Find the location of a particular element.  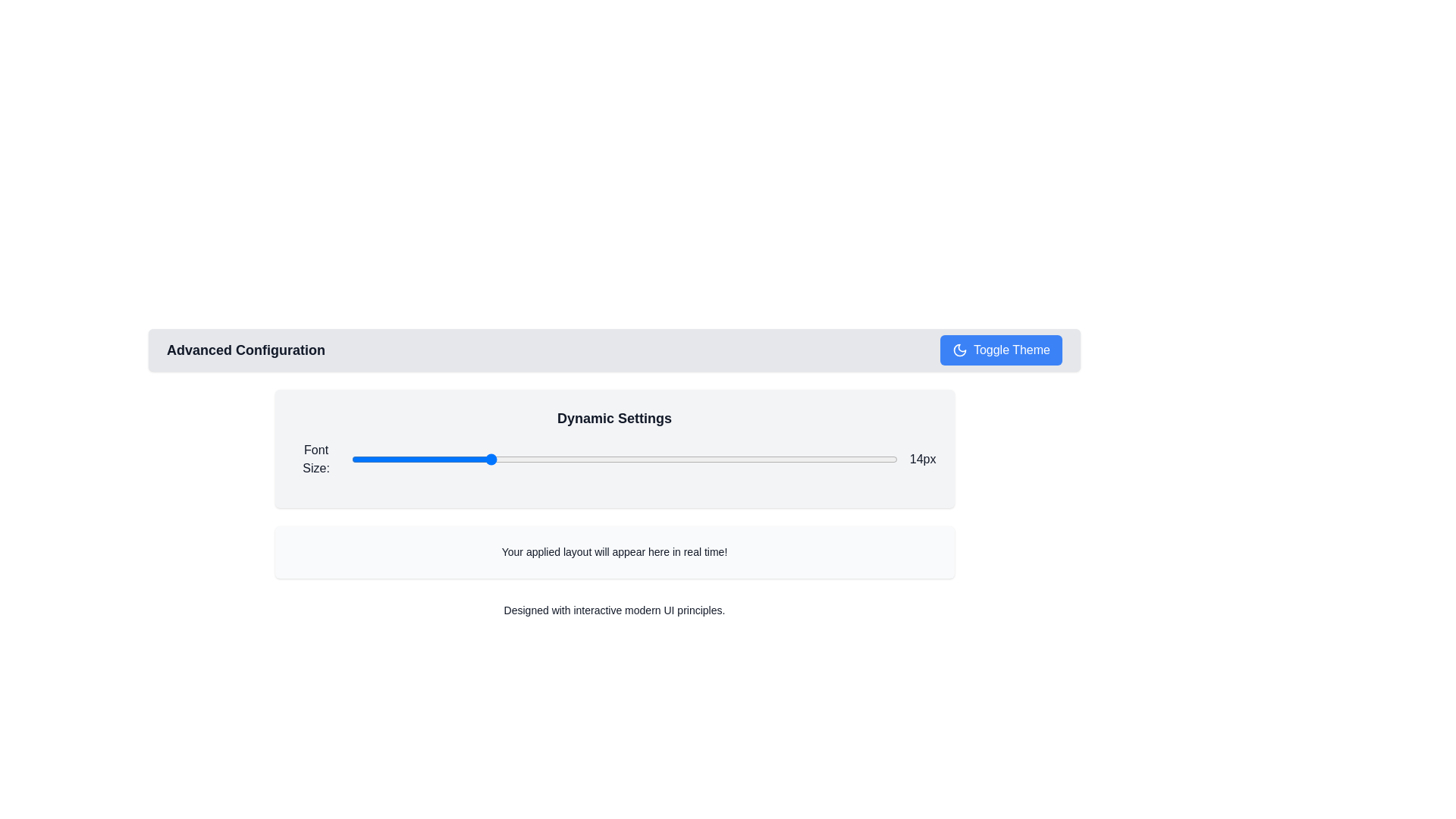

the font size is located at coordinates (555, 458).